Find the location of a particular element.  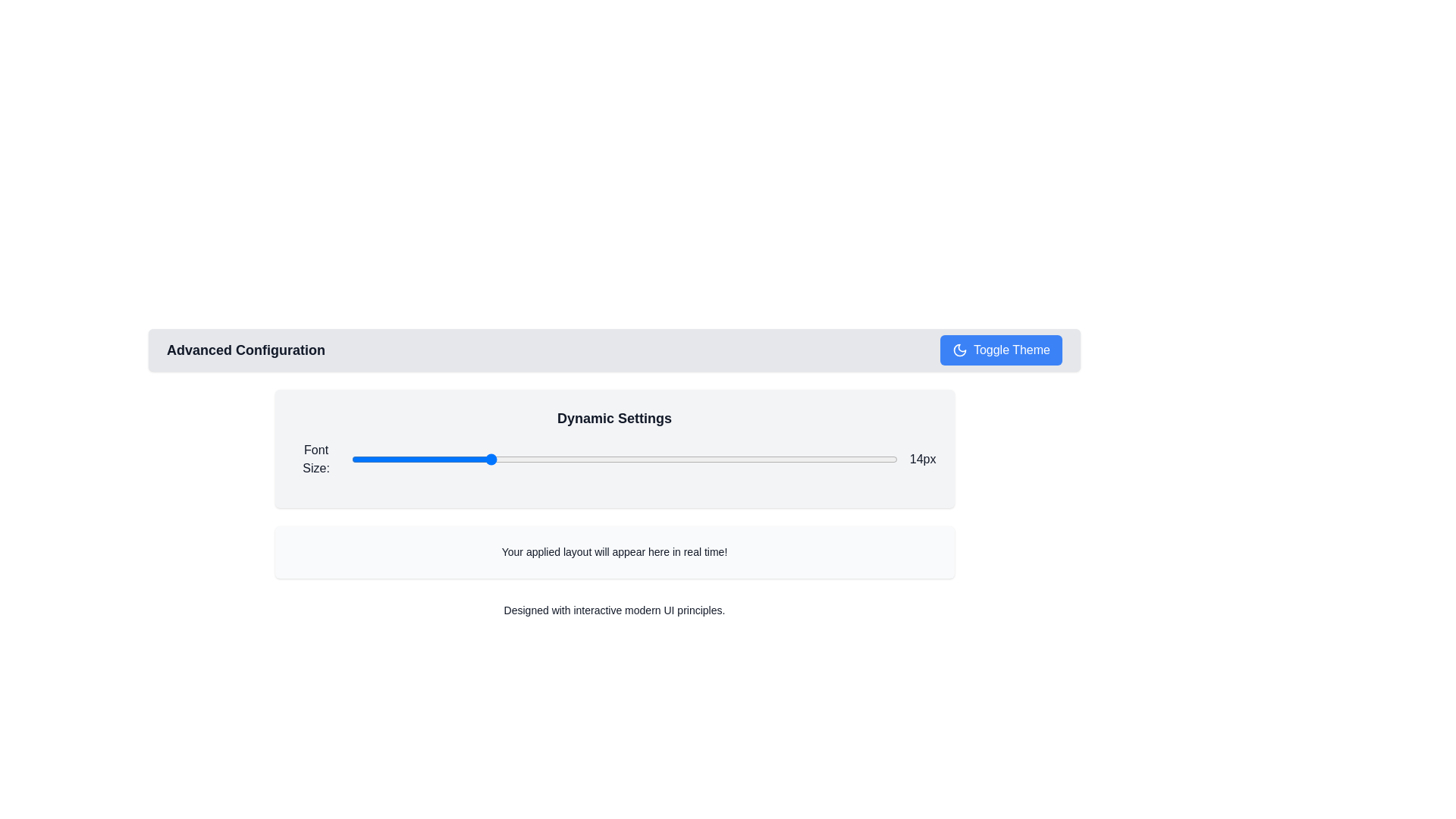

the font size is located at coordinates (555, 458).